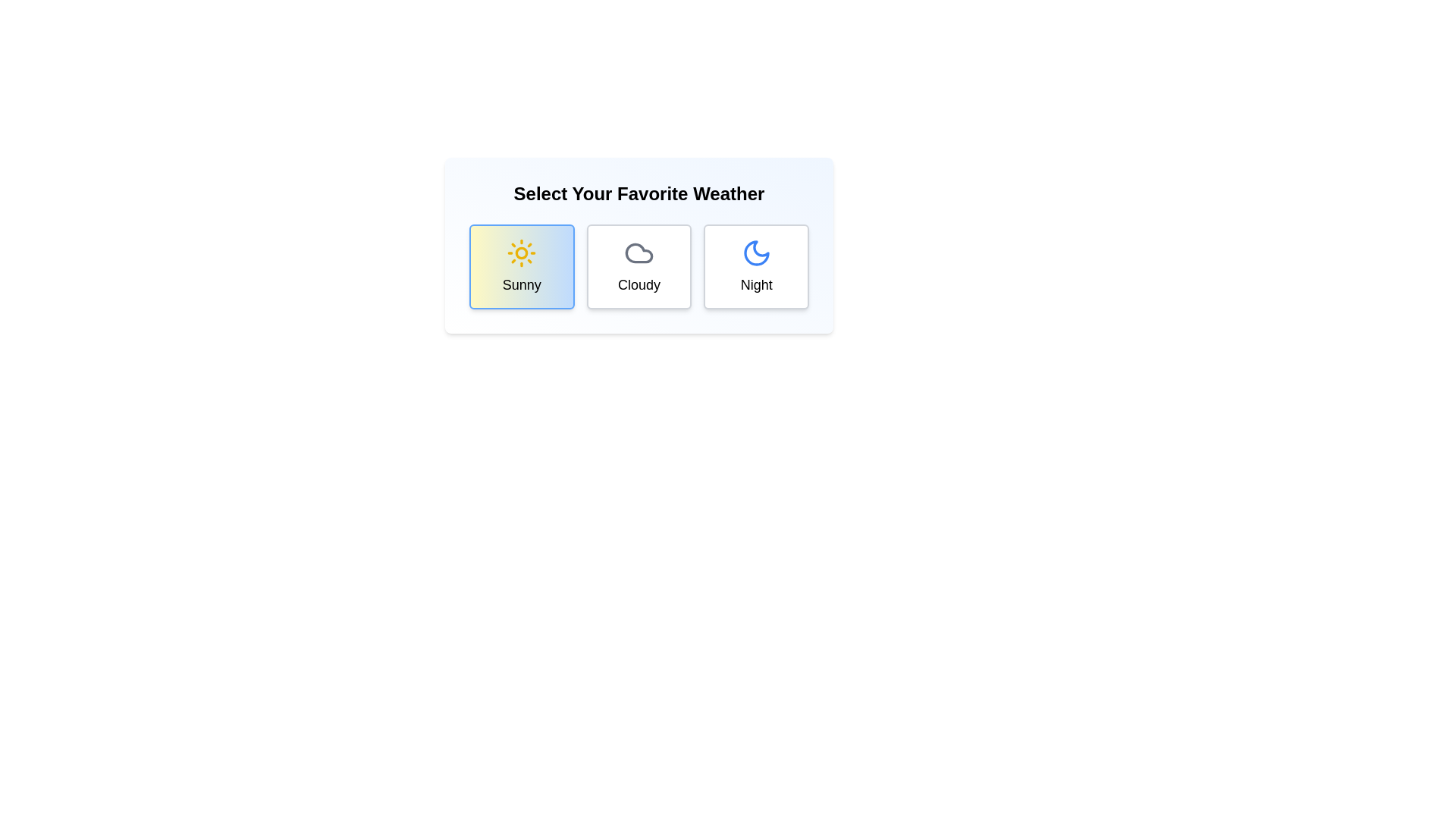  Describe the element at coordinates (522, 284) in the screenshot. I see `the descriptive text label located just below the sun icon in the first weather option` at that location.